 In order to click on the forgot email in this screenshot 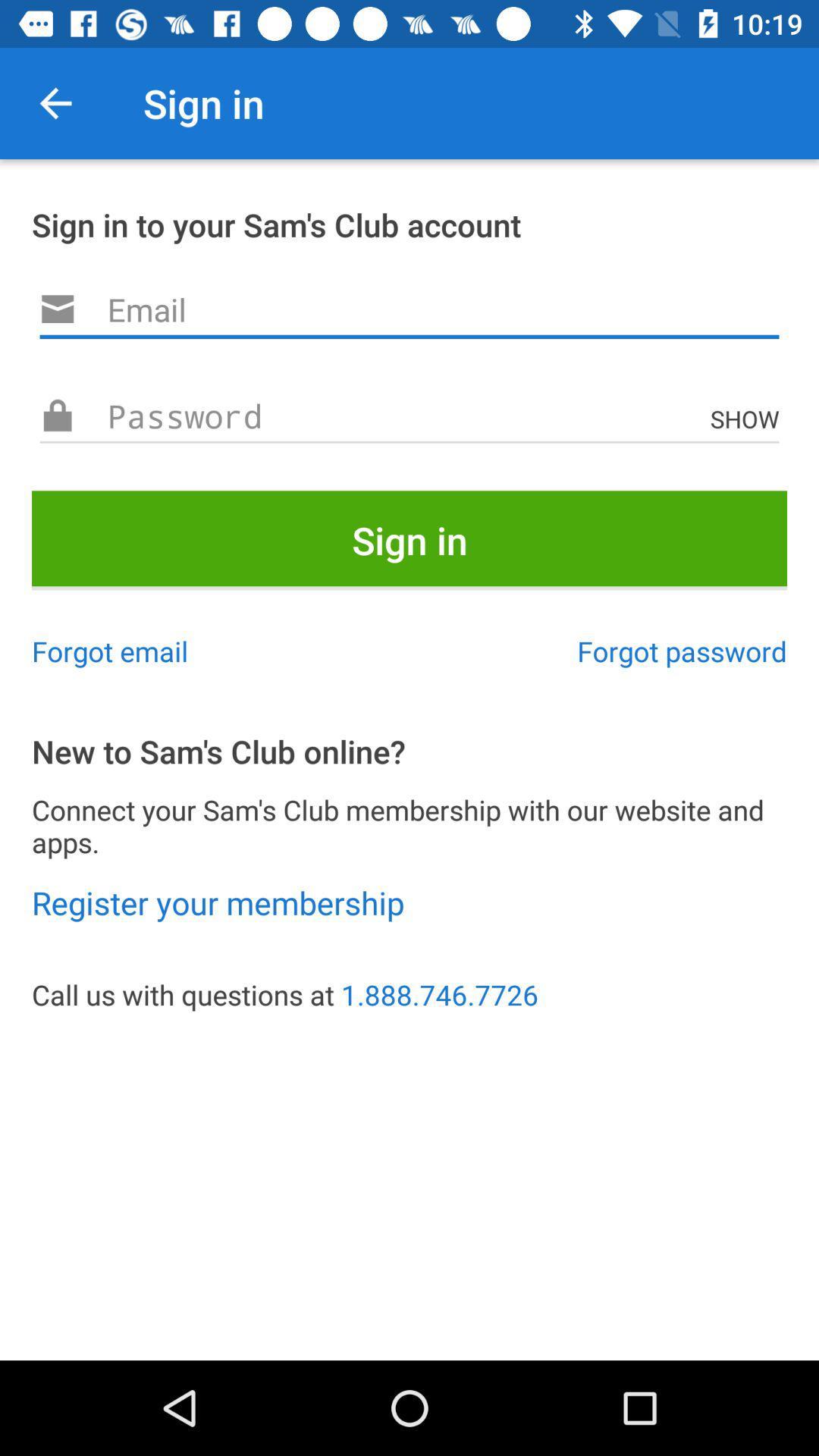, I will do `click(109, 651)`.